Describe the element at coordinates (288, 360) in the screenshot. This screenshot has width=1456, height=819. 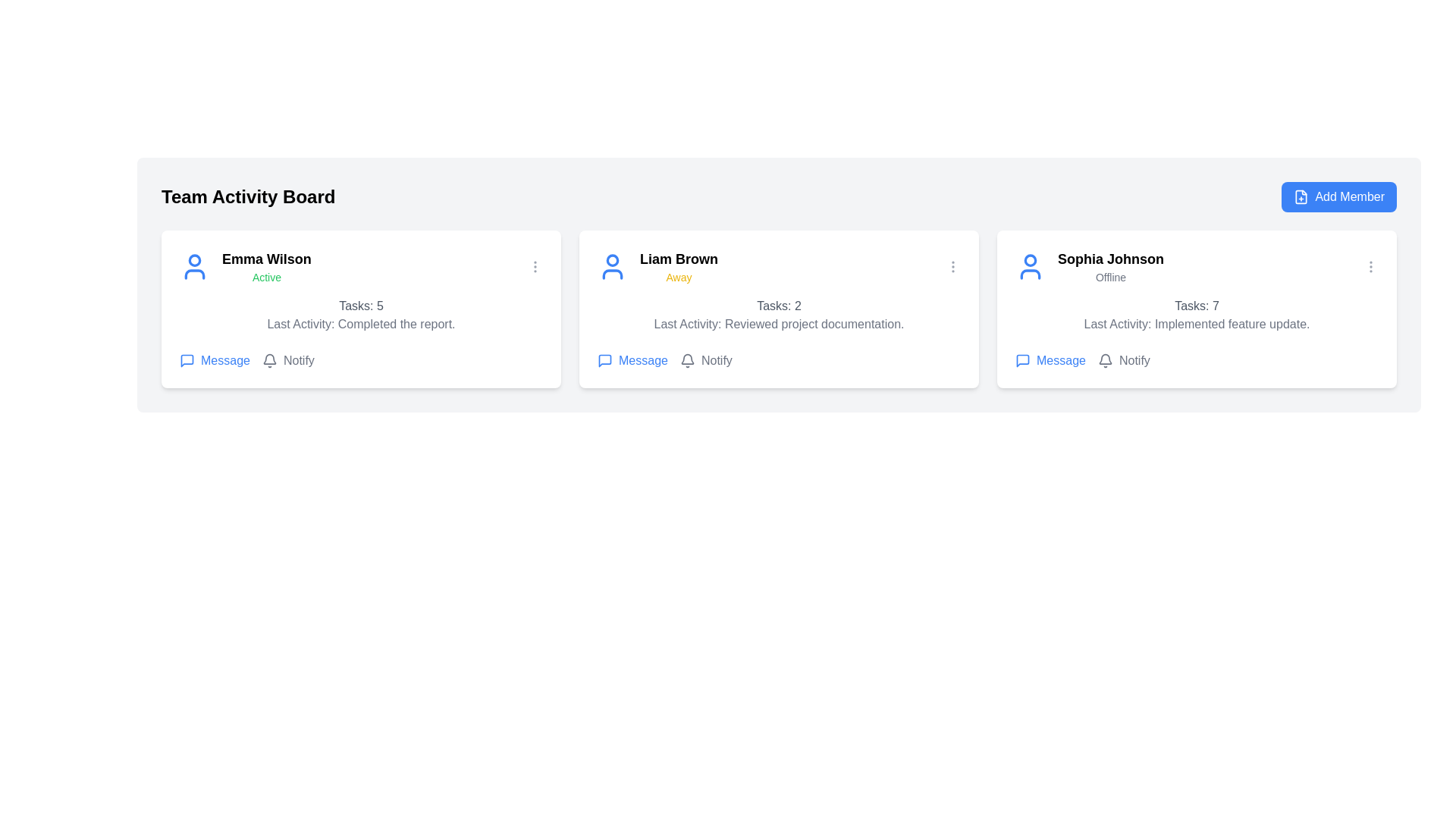
I see `the 'Notify' button with a bell icon located in the lower part of the card for user 'Emma Wilson' on the 'Team Activity Board'` at that location.